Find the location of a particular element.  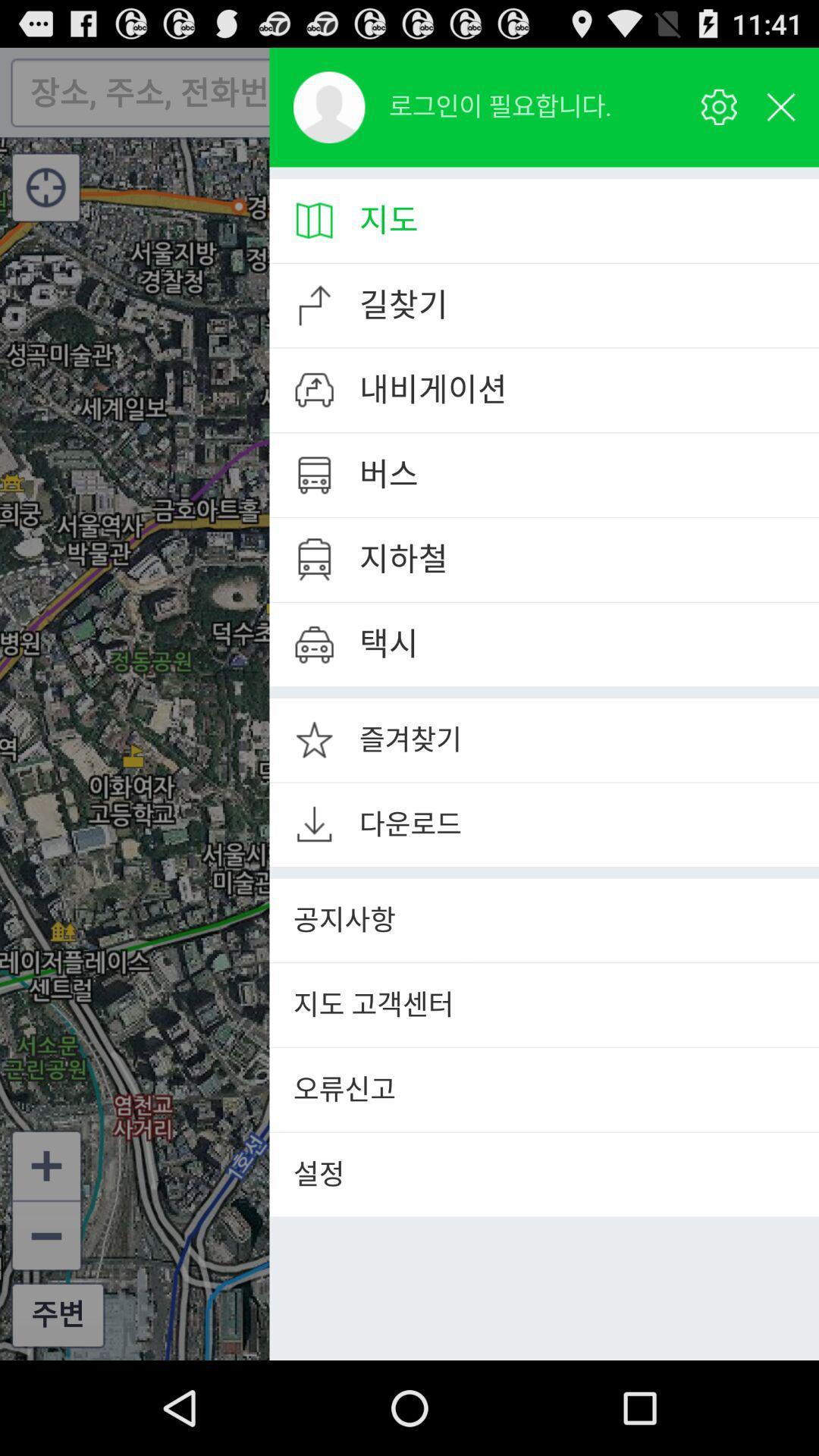

the zoom_out icon is located at coordinates (45, 1322).